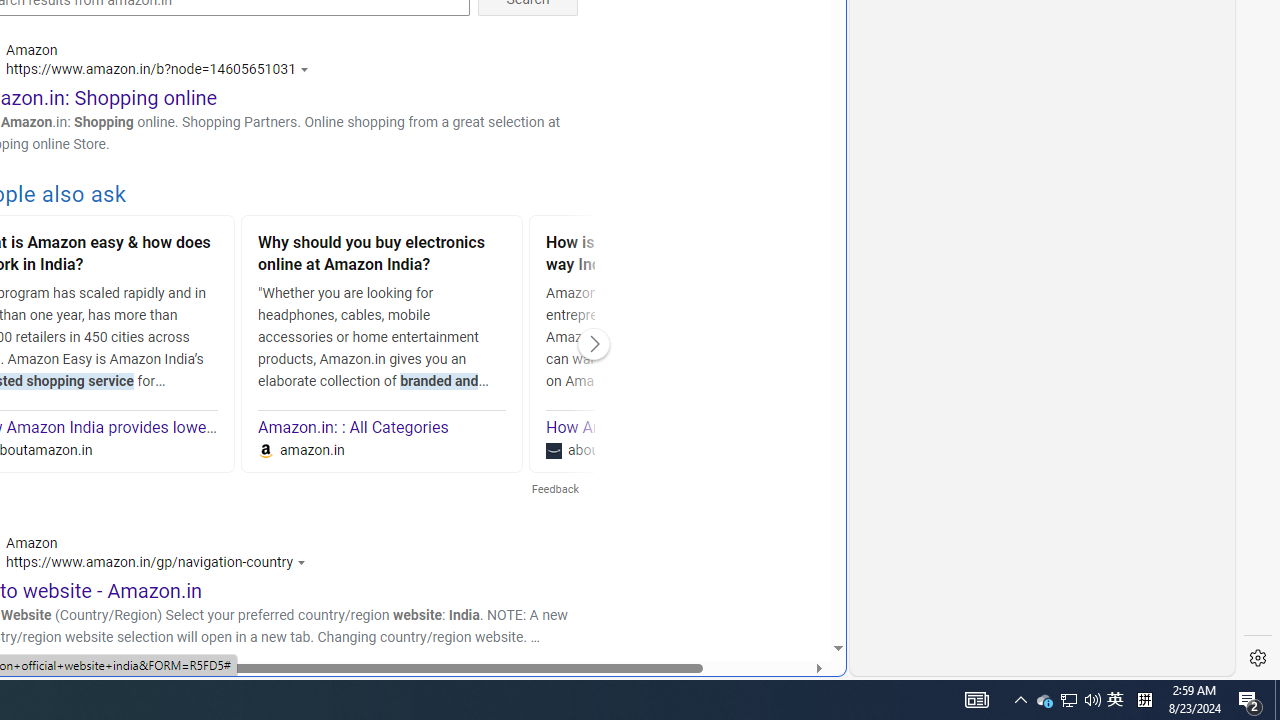 The width and height of the screenshot is (1280, 720). What do you see at coordinates (353, 427) in the screenshot?
I see `'Amazon.in: : All Categories'` at bounding box center [353, 427].